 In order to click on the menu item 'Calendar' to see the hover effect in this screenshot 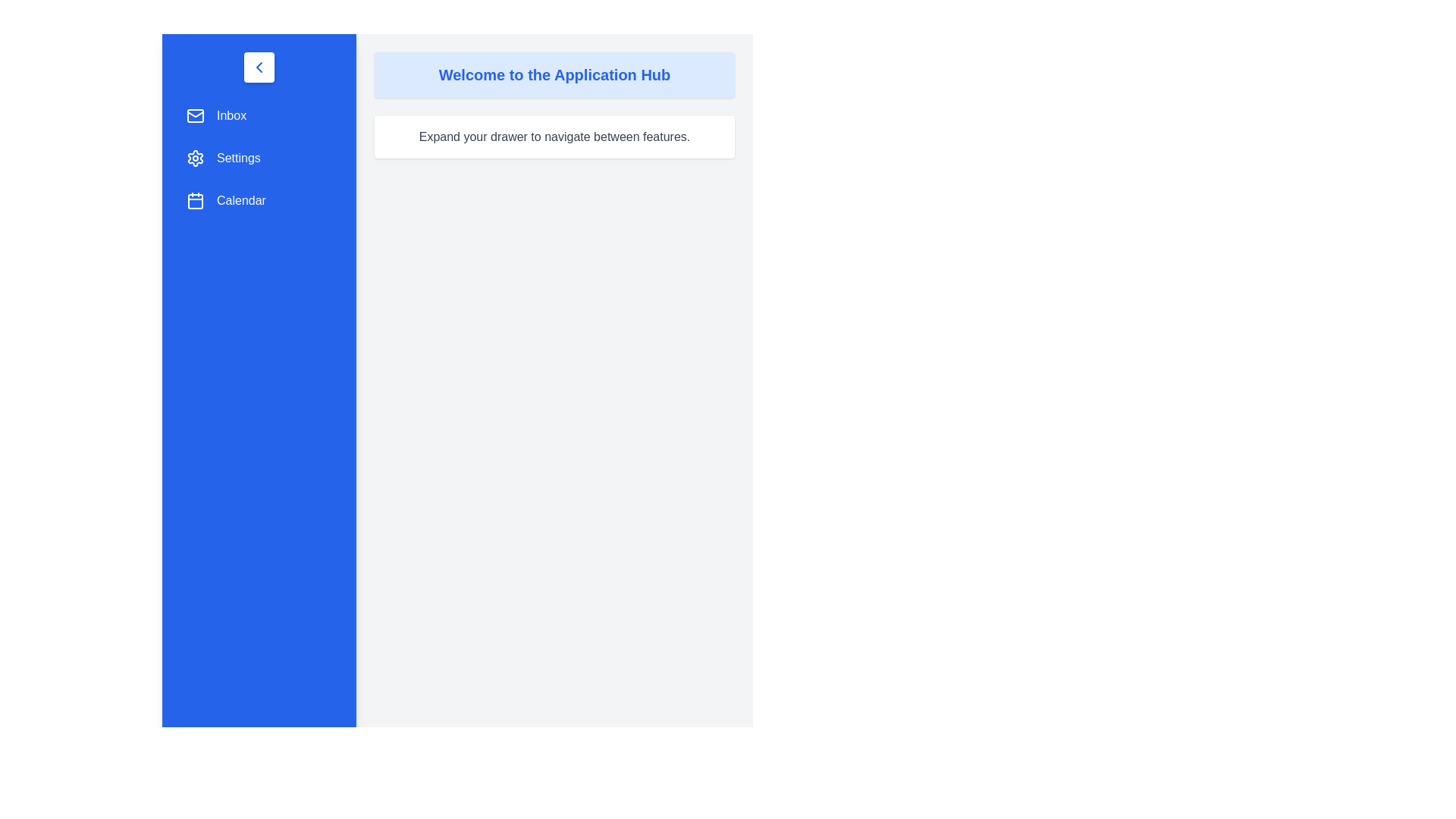, I will do `click(259, 200)`.